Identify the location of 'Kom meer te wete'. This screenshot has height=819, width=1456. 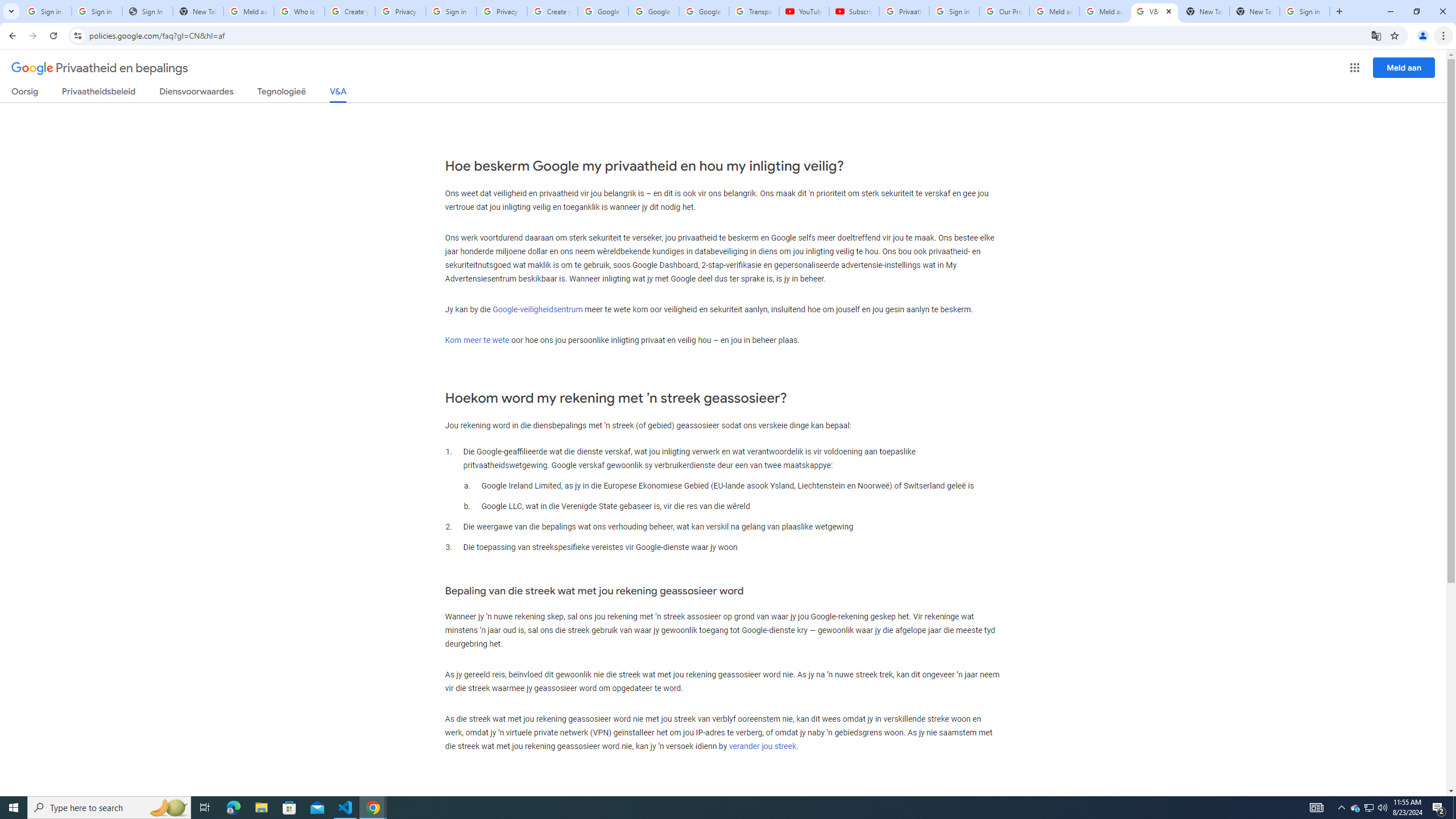
(476, 340).